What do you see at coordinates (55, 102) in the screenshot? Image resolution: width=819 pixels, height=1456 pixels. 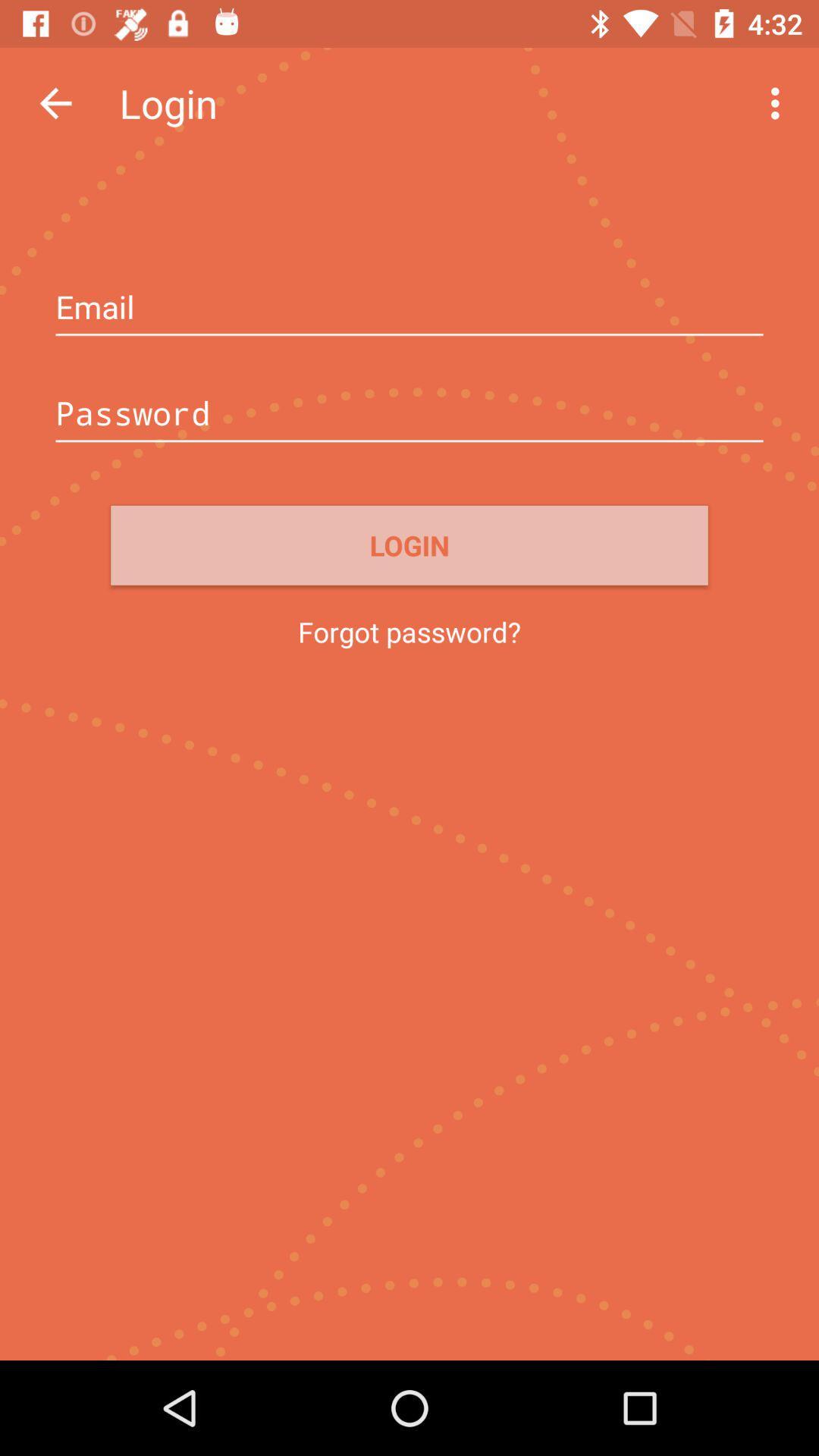 I see `go back` at bounding box center [55, 102].